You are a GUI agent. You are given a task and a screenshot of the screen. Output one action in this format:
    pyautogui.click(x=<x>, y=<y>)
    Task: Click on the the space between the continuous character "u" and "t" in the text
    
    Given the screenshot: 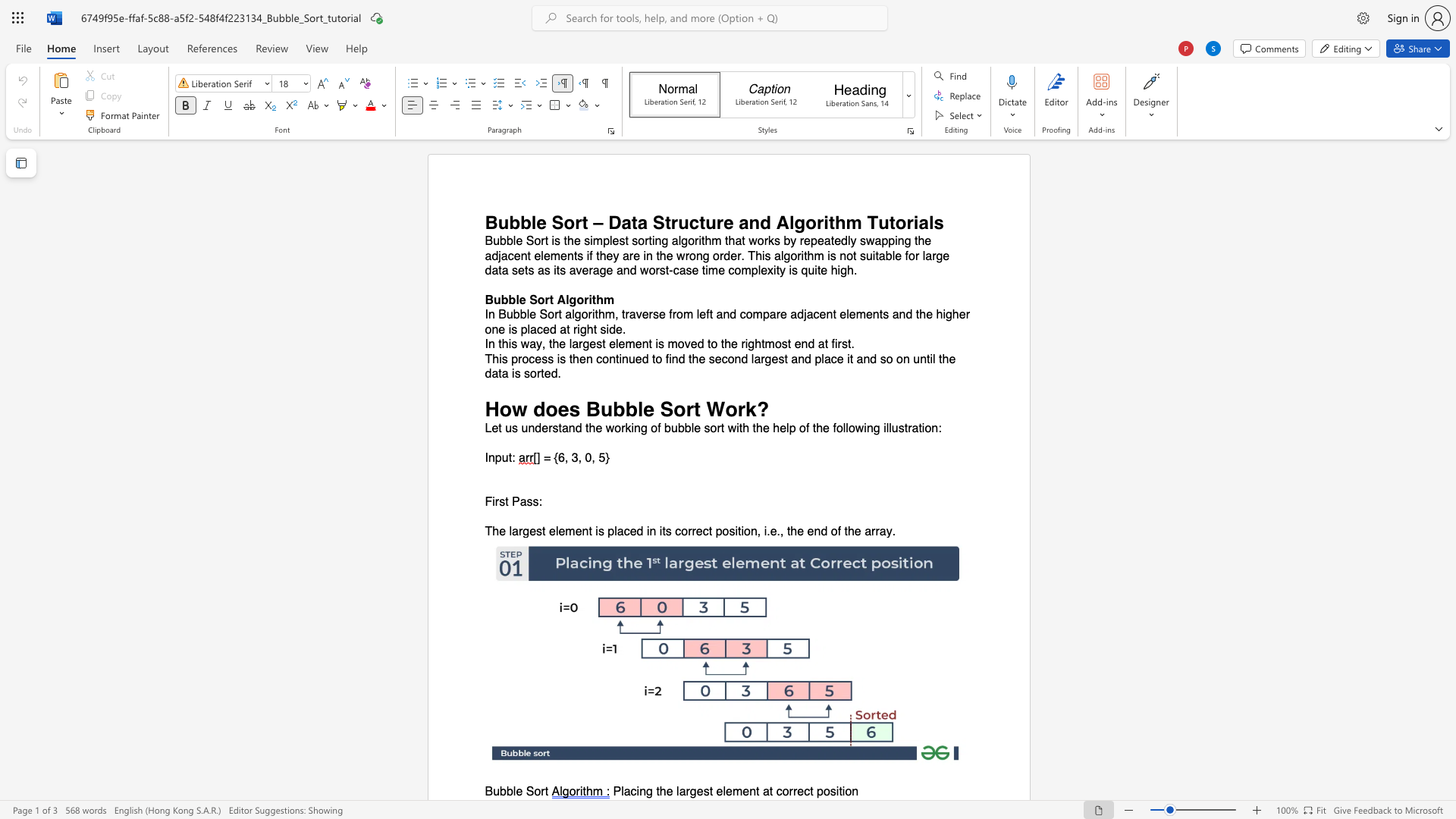 What is the action you would take?
    pyautogui.click(x=888, y=222)
    